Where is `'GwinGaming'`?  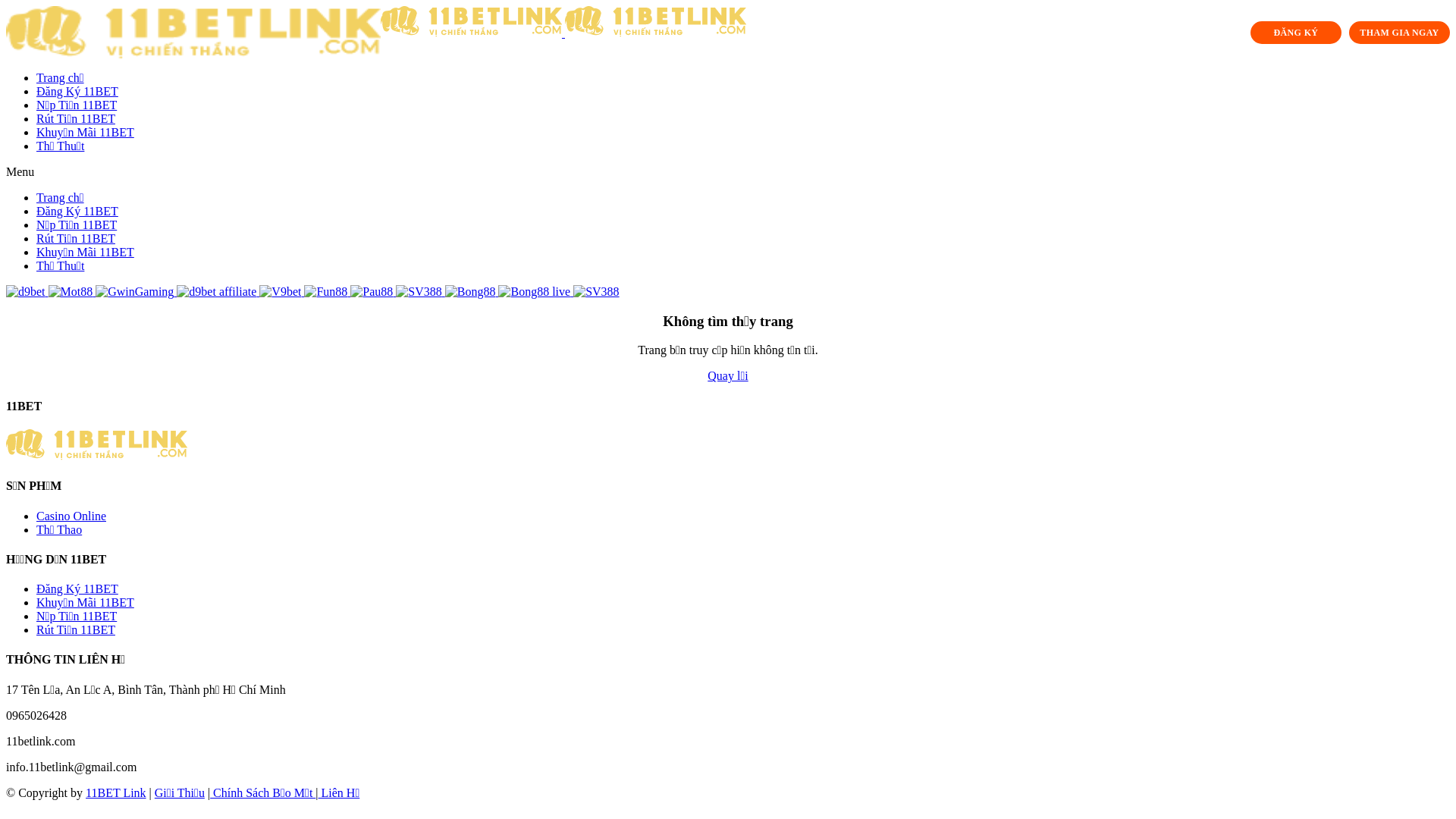 'GwinGaming' is located at coordinates (136, 291).